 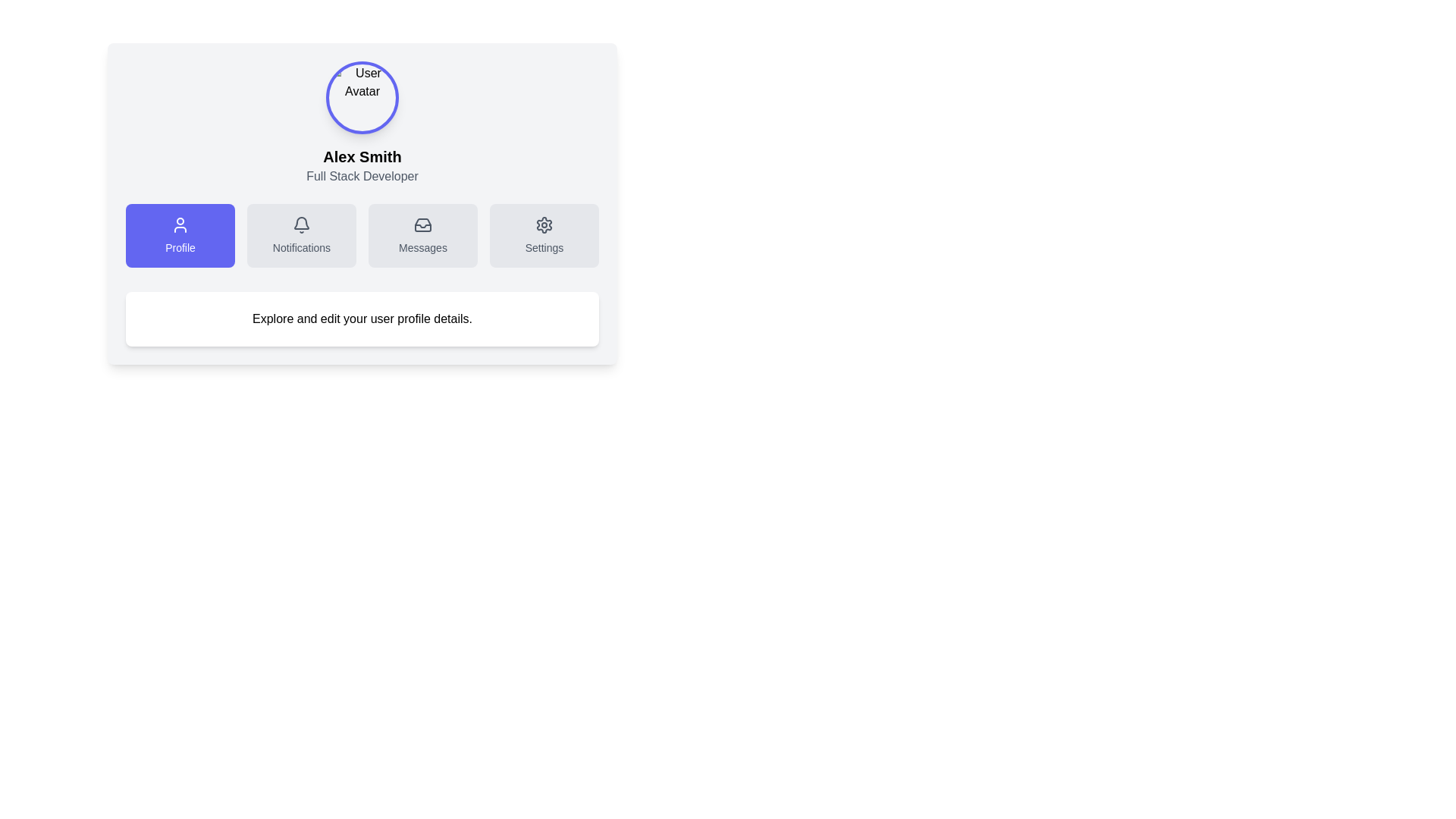 What do you see at coordinates (362, 157) in the screenshot?
I see `text displayed in the Text Label that says 'Alex Smith', which is bold and large, centered below the user avatar` at bounding box center [362, 157].